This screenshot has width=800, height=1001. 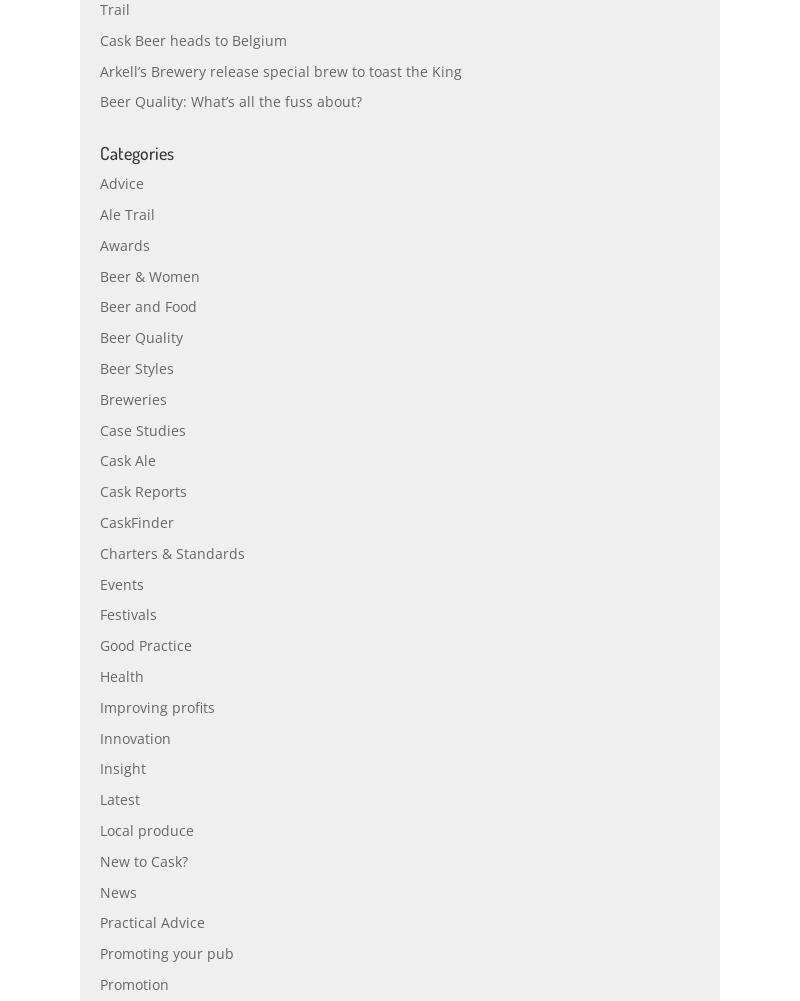 I want to click on 'Beer and Food', so click(x=100, y=350).